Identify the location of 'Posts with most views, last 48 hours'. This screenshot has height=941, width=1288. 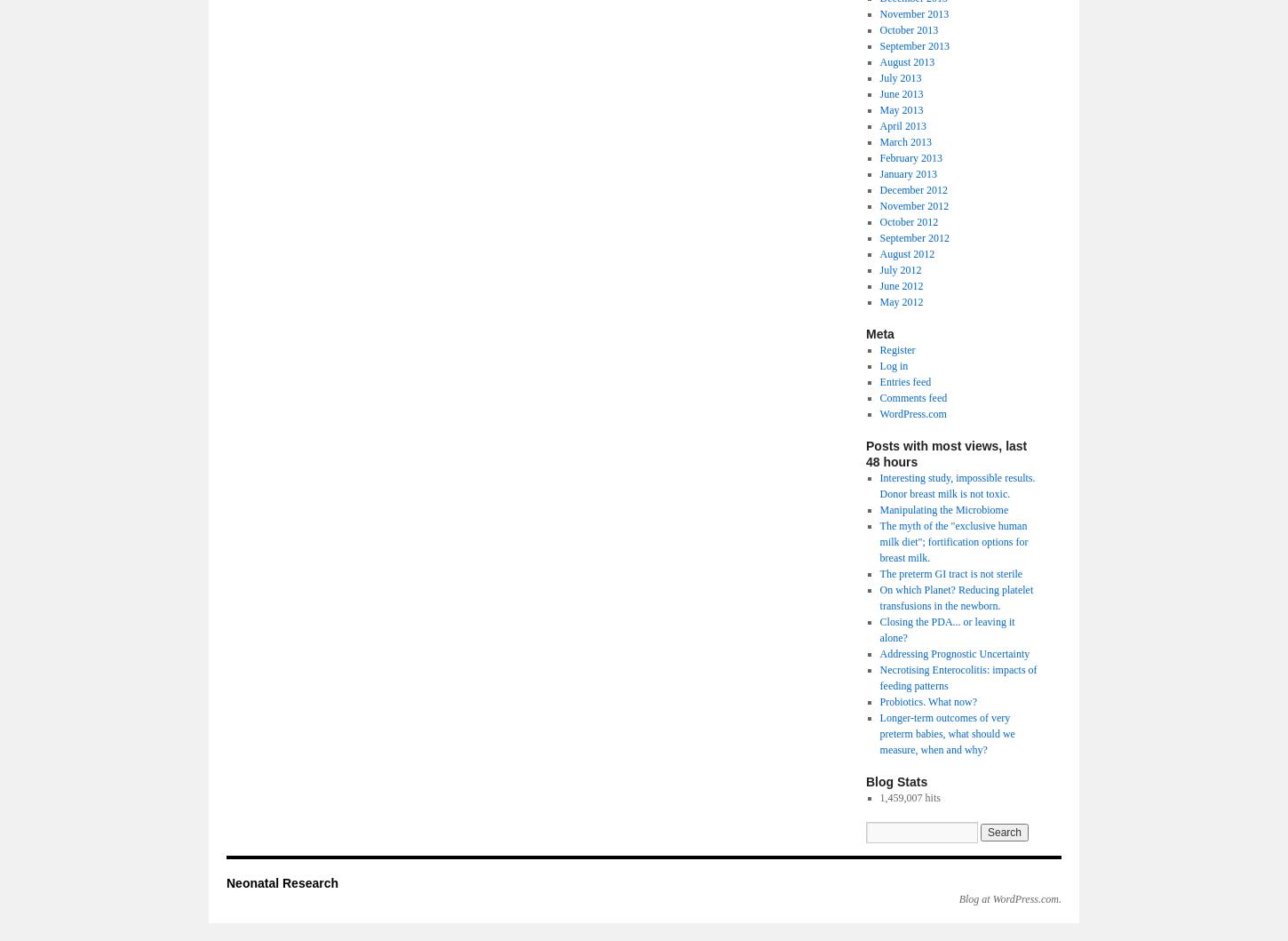
(946, 453).